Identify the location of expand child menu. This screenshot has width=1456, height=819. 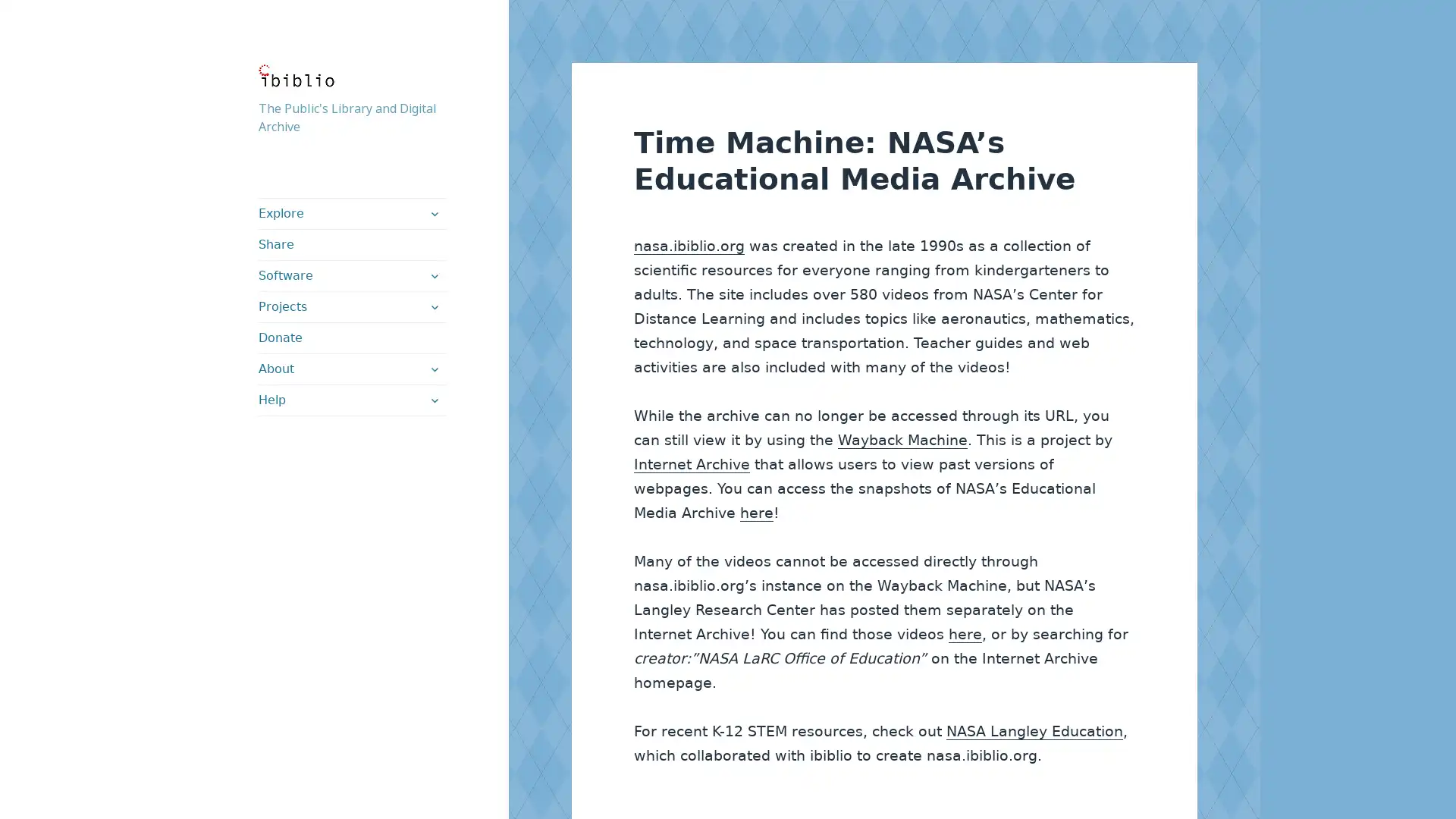
(432, 400).